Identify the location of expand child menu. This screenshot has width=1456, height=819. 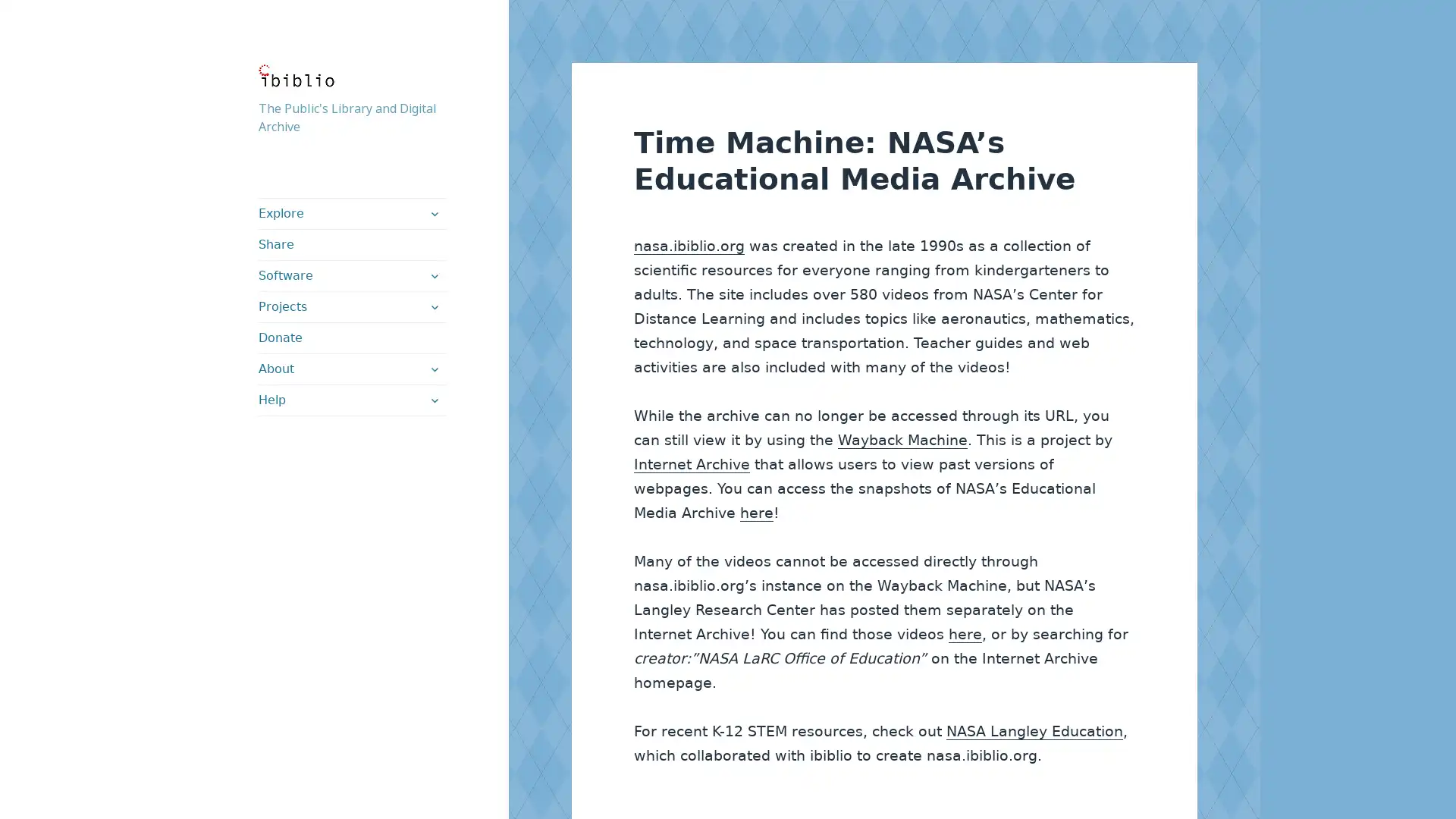
(432, 400).